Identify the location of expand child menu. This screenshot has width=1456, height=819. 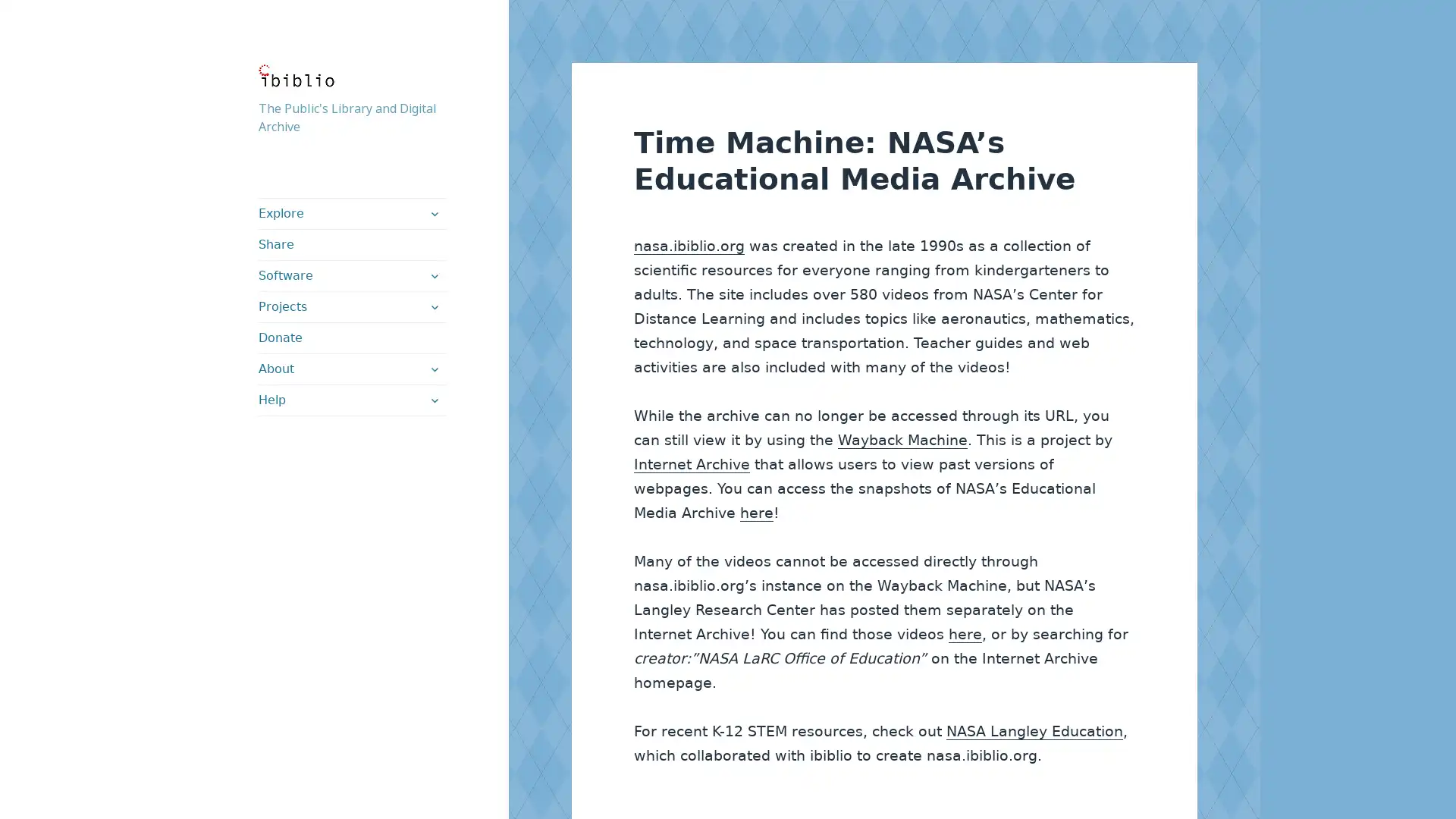
(432, 400).